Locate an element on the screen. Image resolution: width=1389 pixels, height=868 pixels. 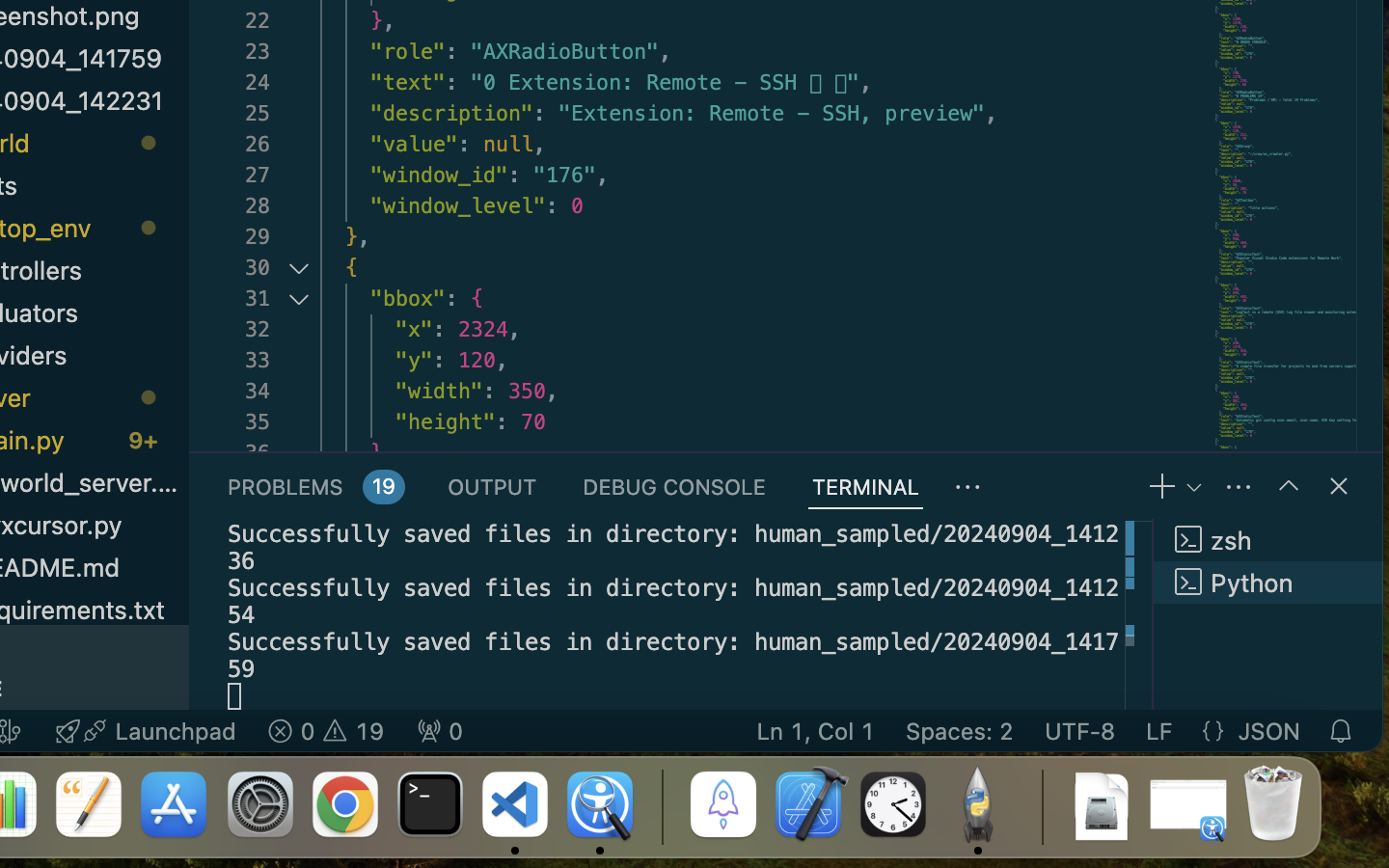
'' is located at coordinates (1288, 485).